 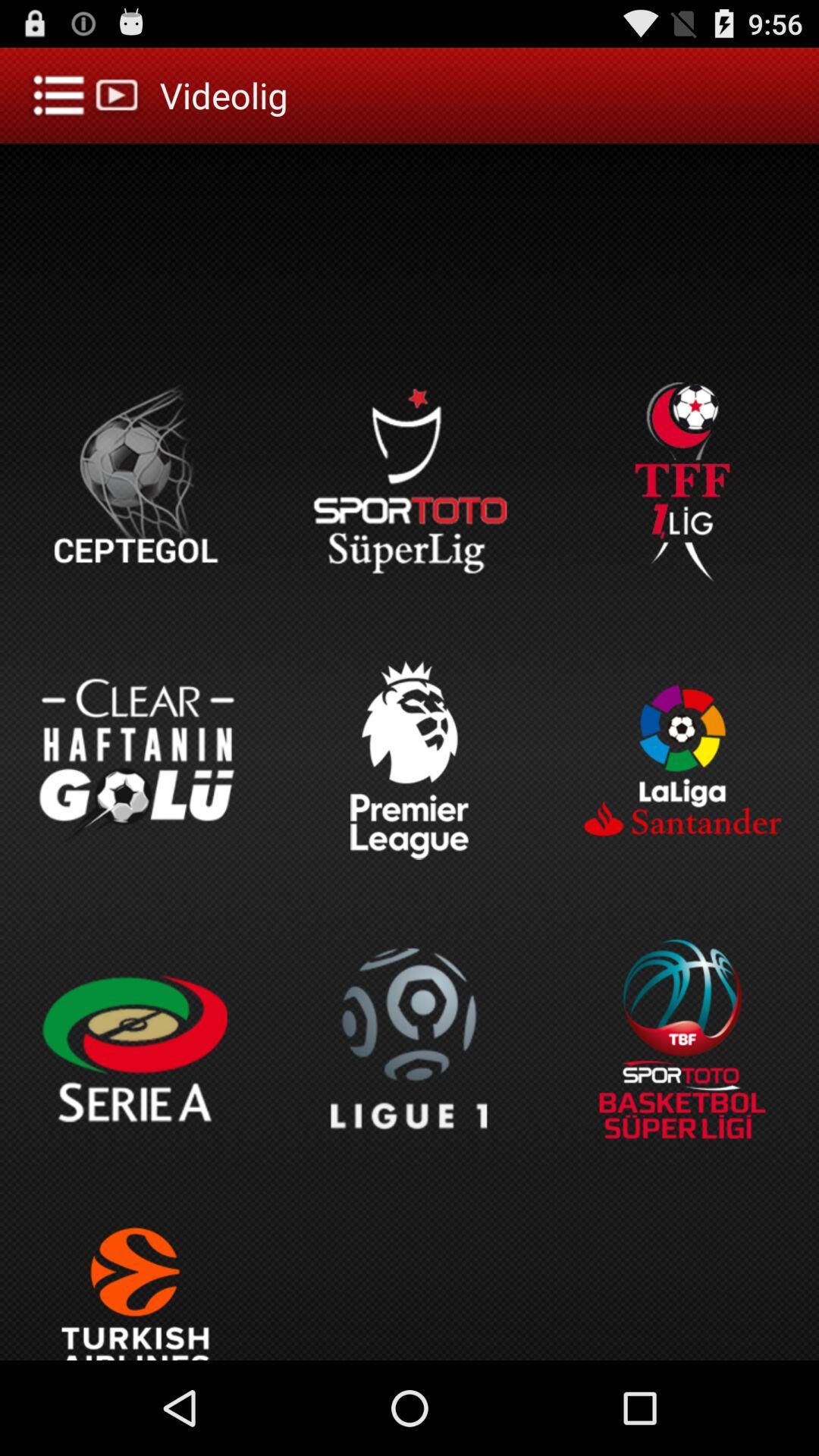 What do you see at coordinates (409, 1038) in the screenshot?
I see `l i g u e 1 icon next to serie a icon` at bounding box center [409, 1038].